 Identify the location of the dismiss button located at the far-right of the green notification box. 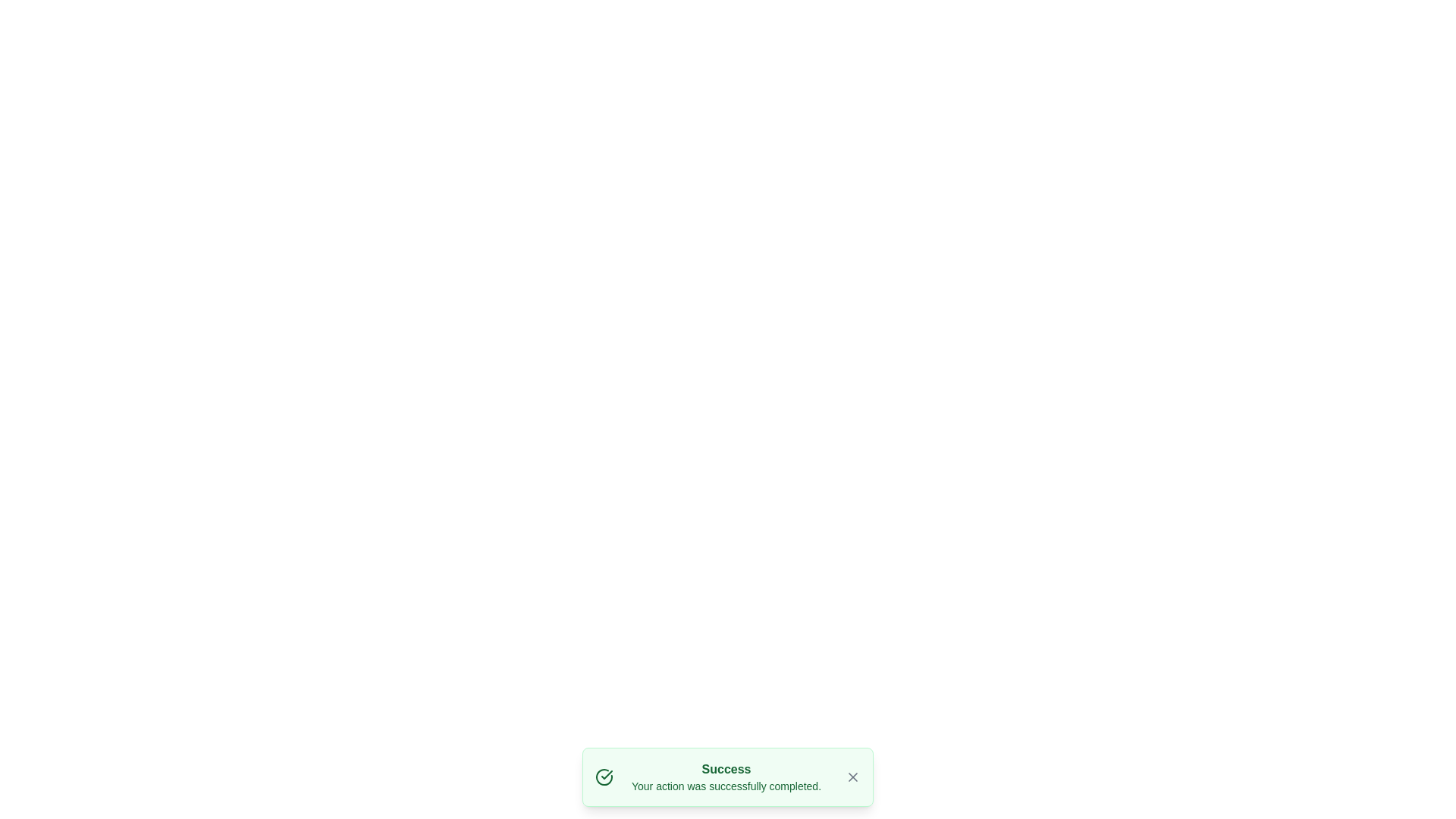
(852, 777).